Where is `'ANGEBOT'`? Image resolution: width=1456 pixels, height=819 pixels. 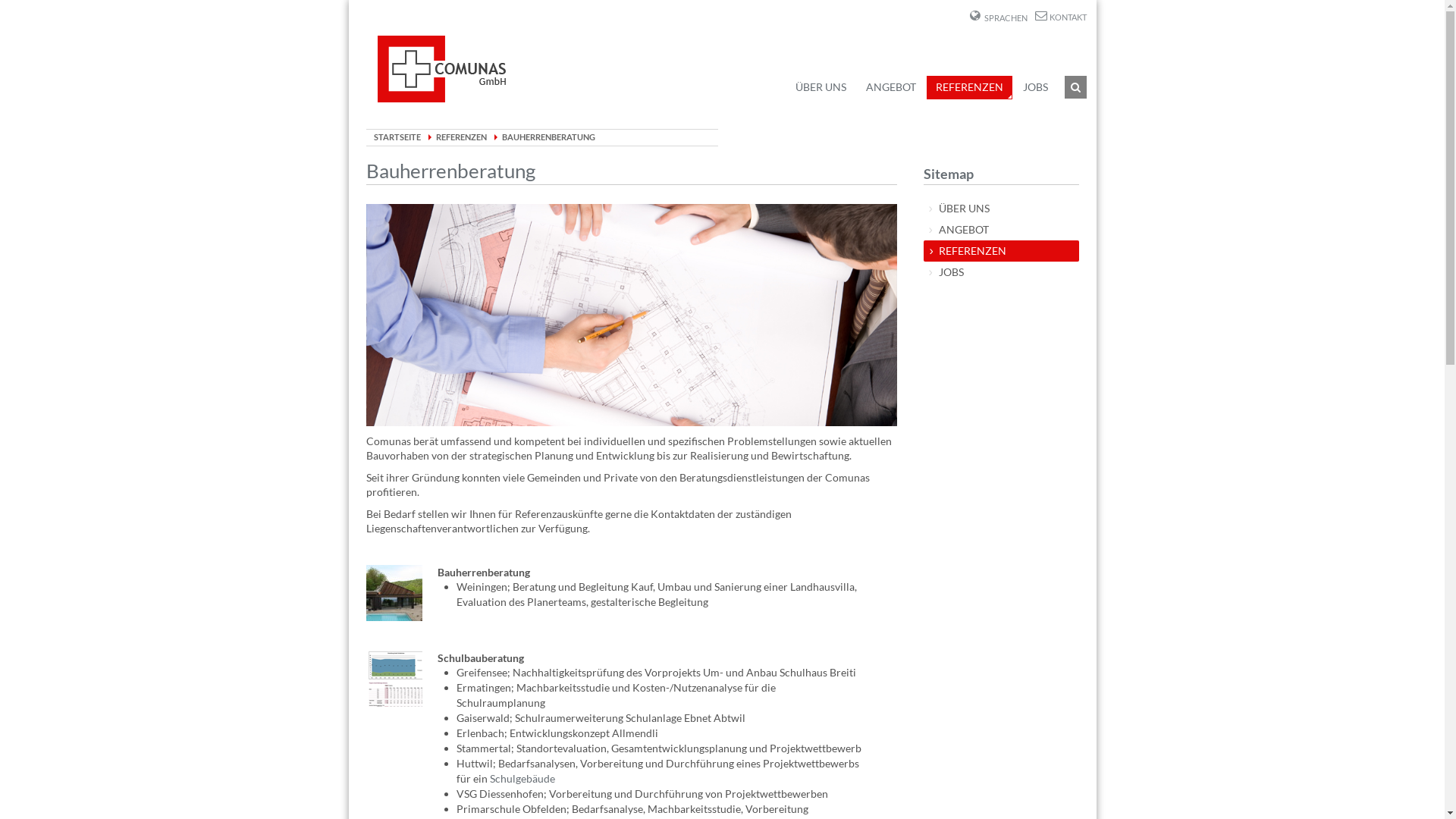 'ANGEBOT' is located at coordinates (1001, 230).